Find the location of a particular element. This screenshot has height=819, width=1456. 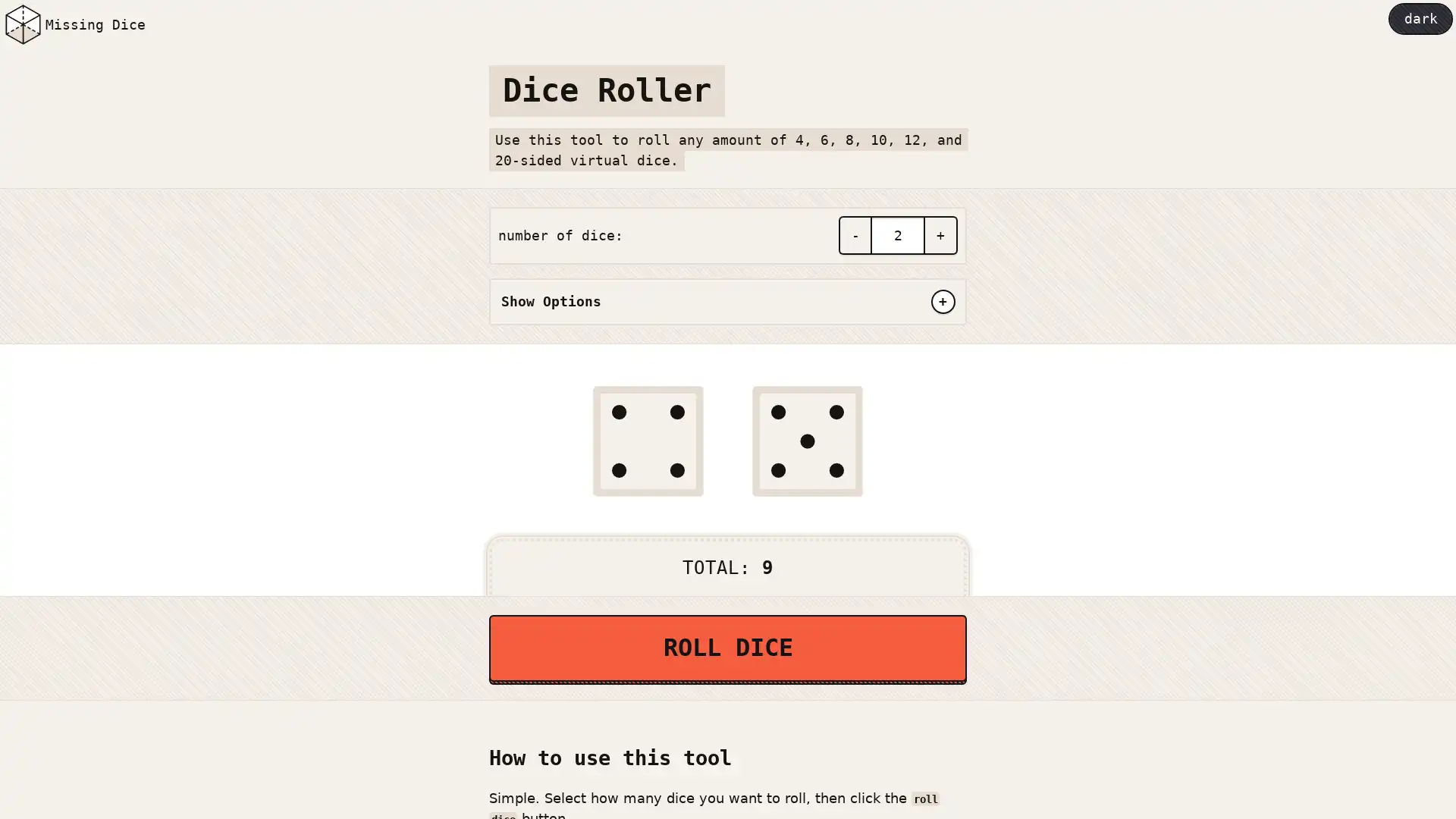

plus 1 is located at coordinates (940, 235).